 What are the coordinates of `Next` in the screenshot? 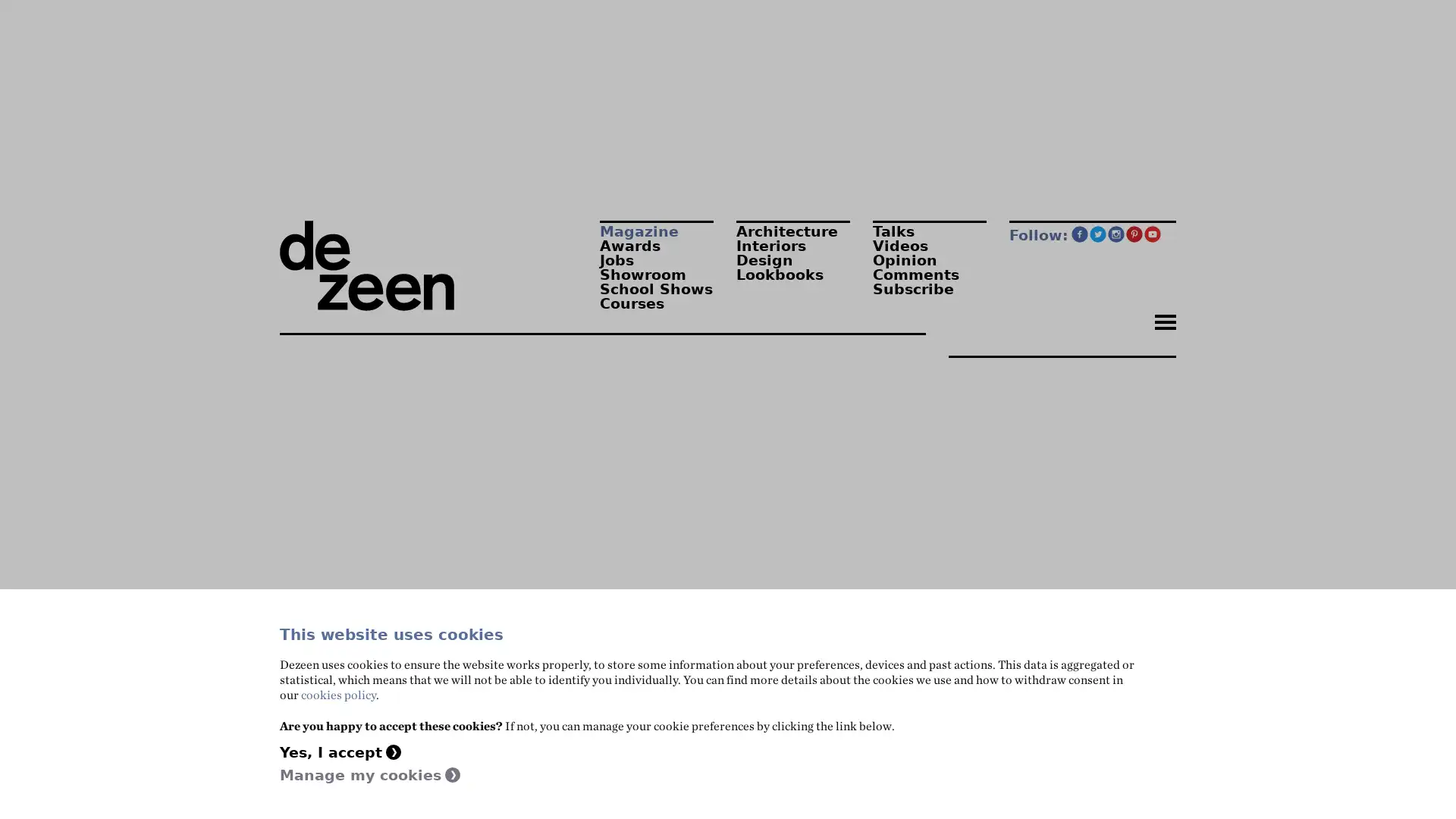 It's located at (931, 559).